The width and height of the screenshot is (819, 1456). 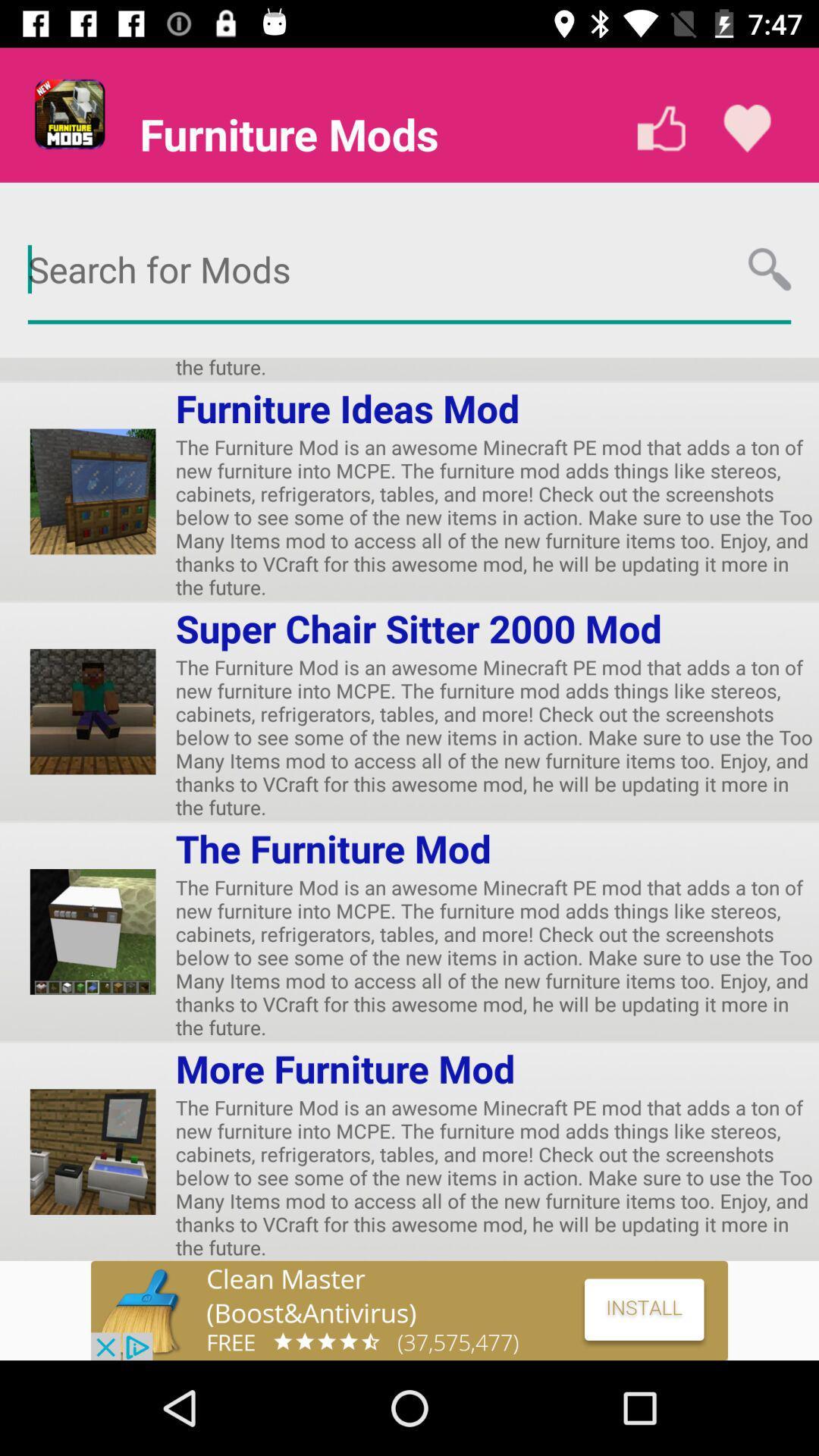 I want to click on give a like, so click(x=661, y=128).